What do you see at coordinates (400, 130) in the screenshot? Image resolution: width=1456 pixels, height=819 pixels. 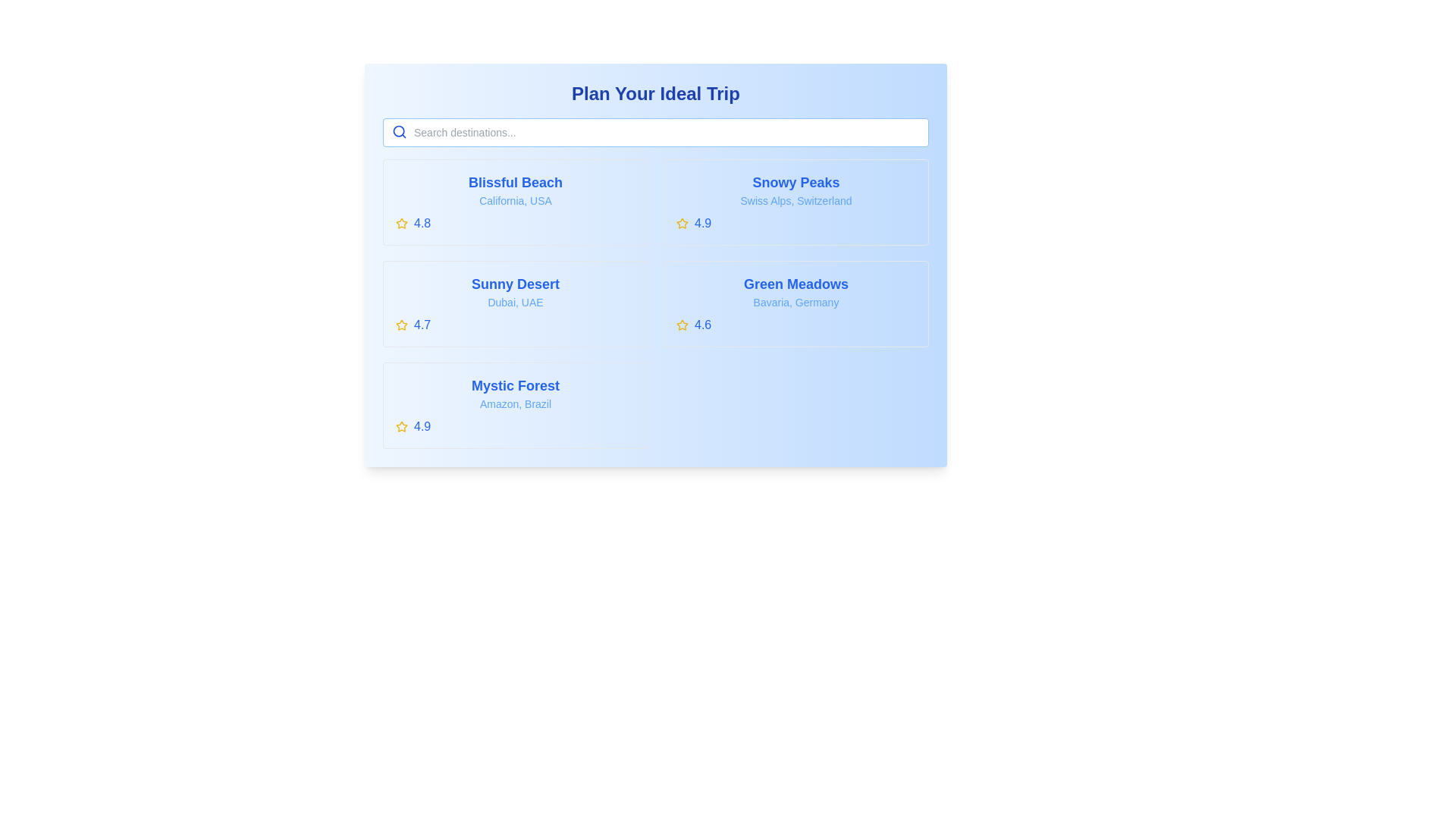 I see `the search icon located to the immediate left of the search input field at the top-left corner of the component listing destinations` at bounding box center [400, 130].